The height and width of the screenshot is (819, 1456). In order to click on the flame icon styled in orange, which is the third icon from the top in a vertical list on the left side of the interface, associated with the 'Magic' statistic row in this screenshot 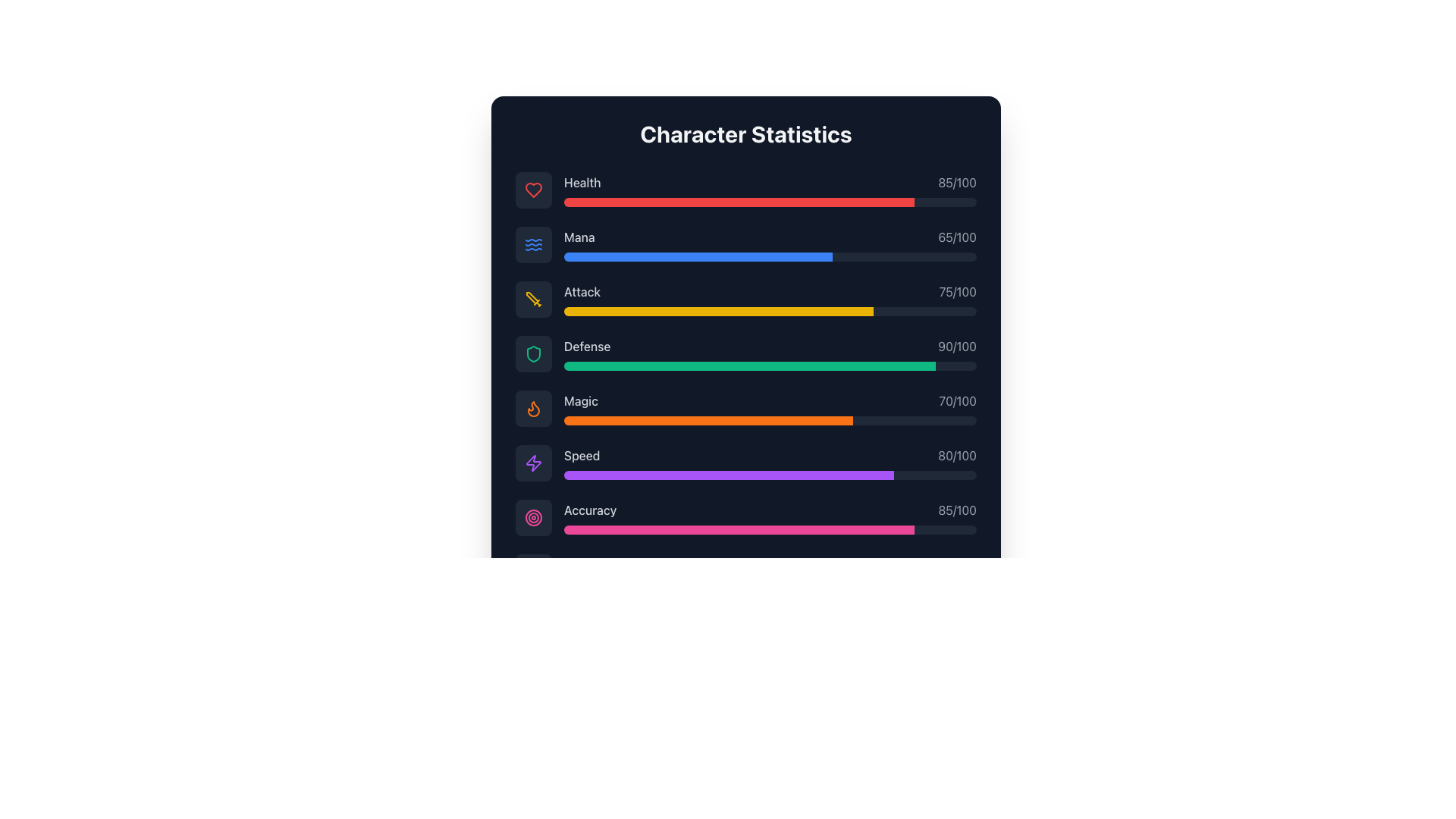, I will do `click(534, 408)`.